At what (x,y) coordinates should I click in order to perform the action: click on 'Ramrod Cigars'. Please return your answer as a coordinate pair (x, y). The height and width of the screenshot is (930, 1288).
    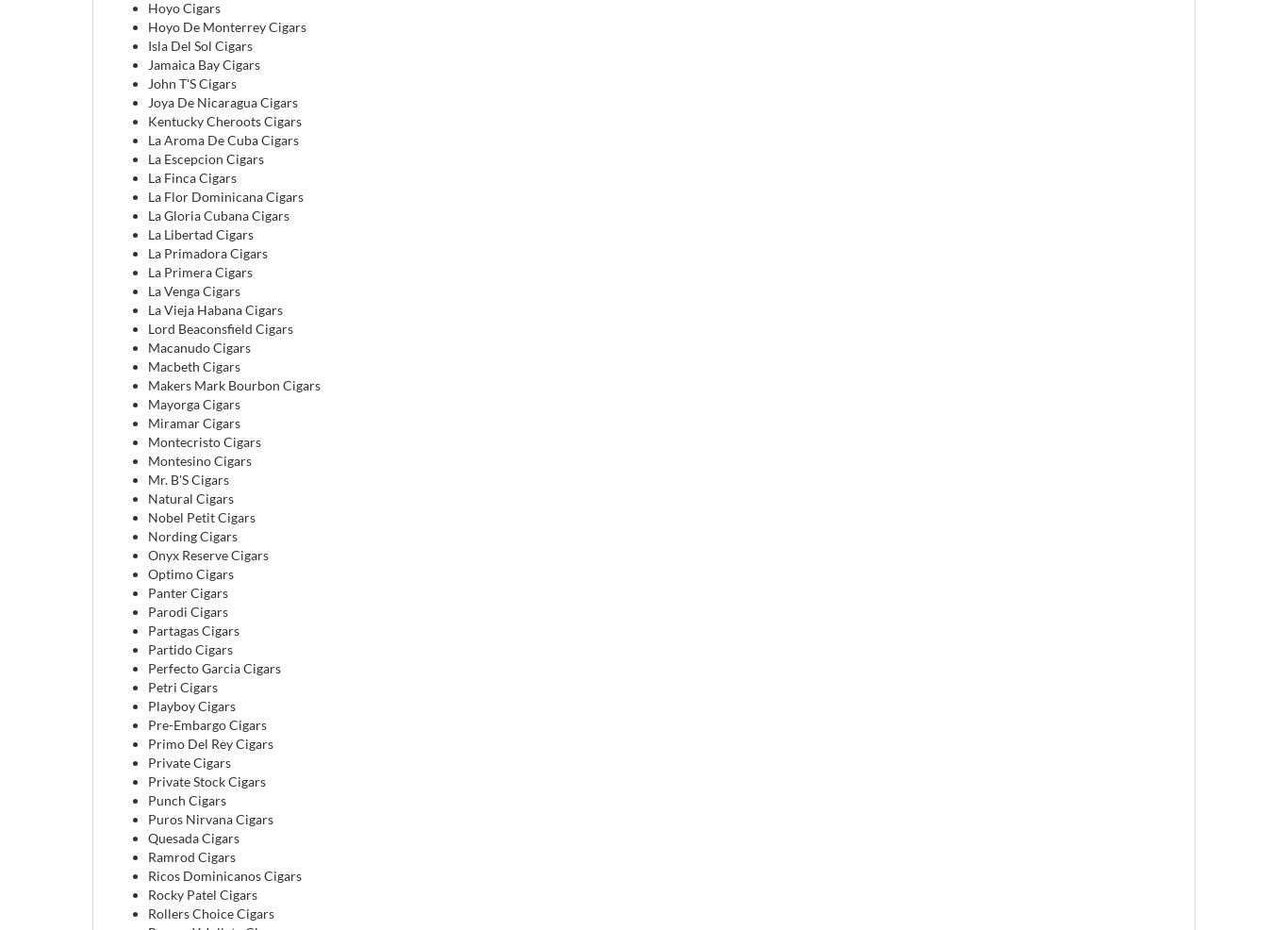
    Looking at the image, I should click on (190, 855).